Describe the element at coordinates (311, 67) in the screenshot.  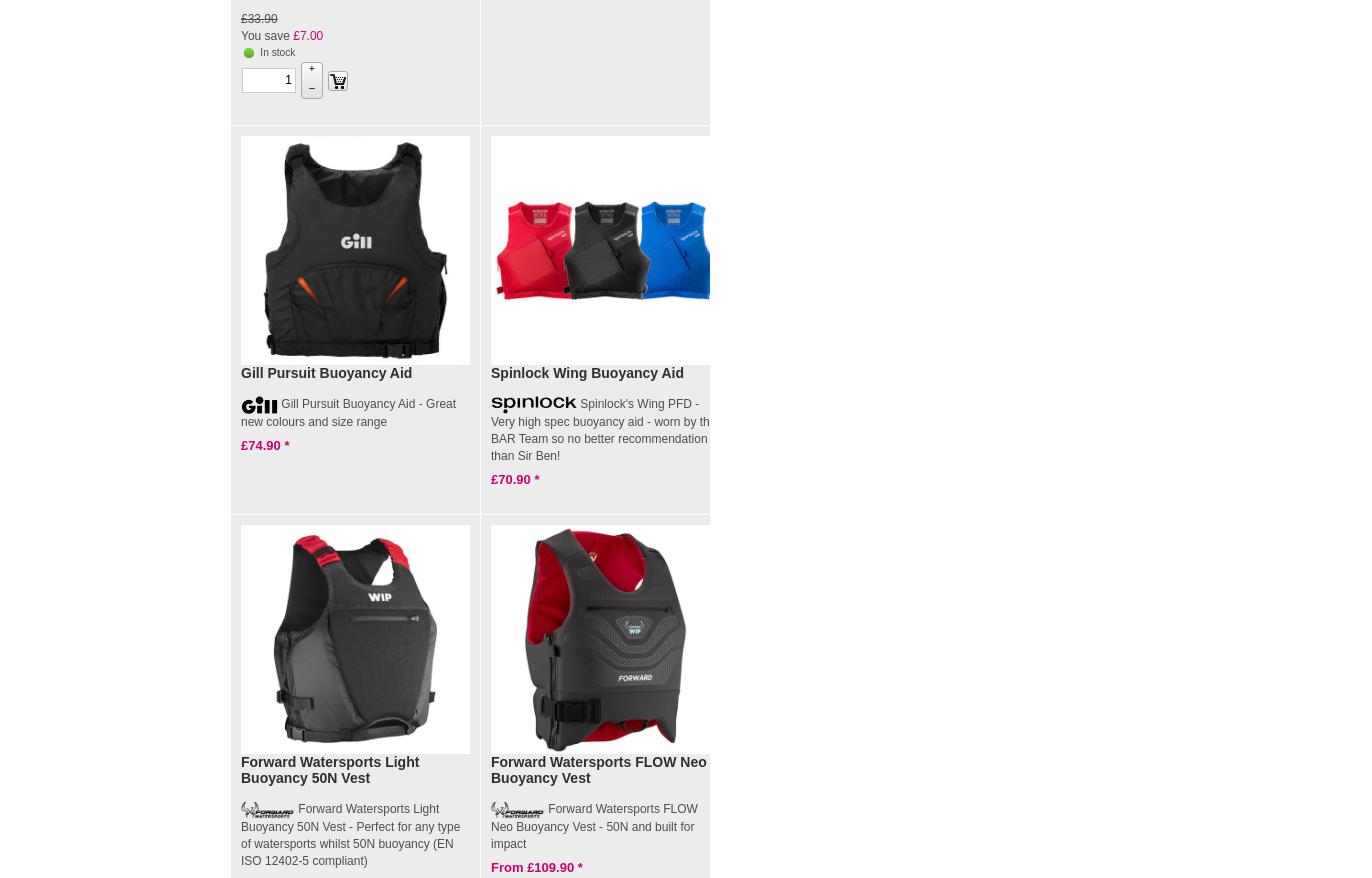
I see `'+'` at that location.